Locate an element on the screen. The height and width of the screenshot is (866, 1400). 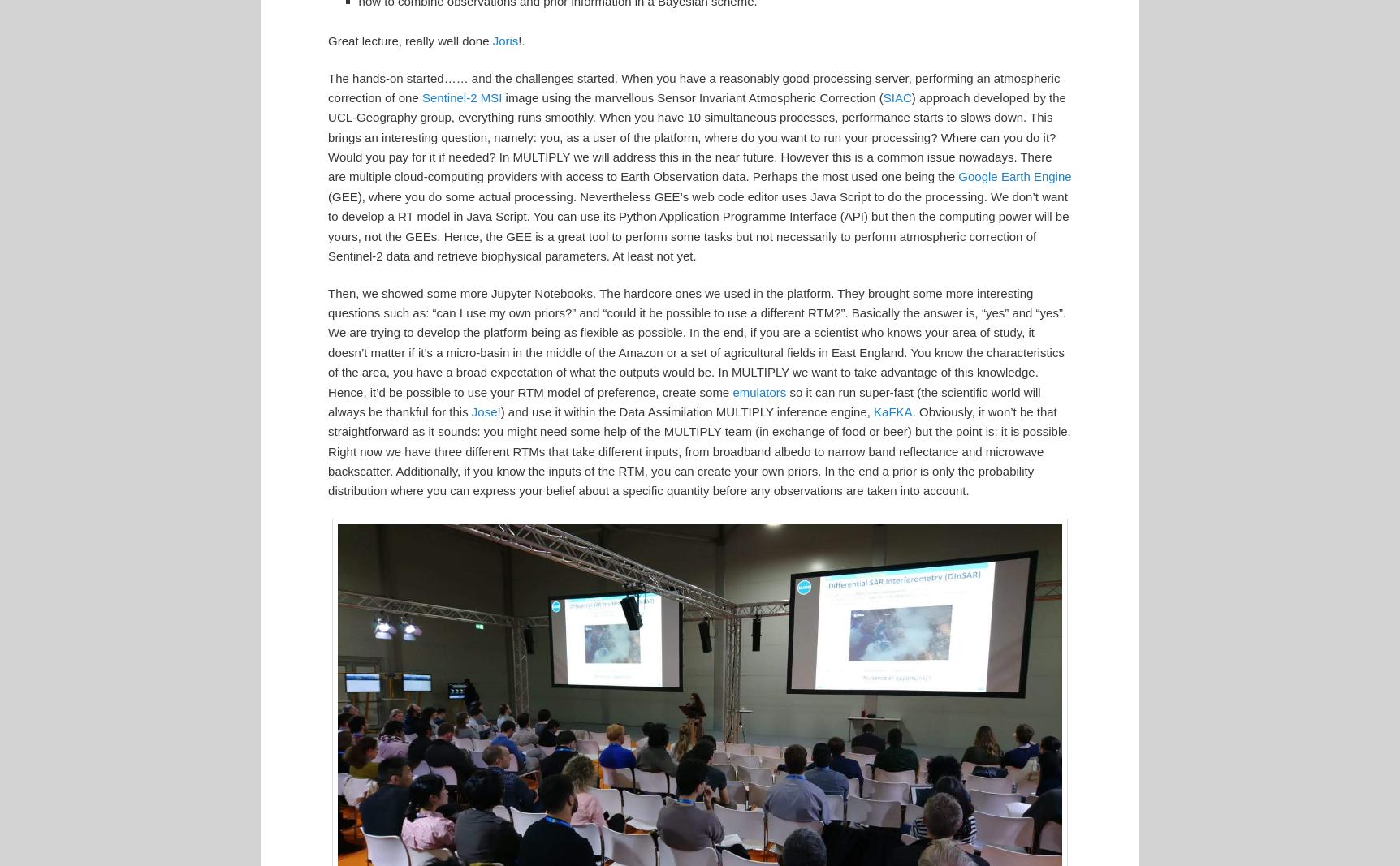
'SIAC' is located at coordinates (896, 96).